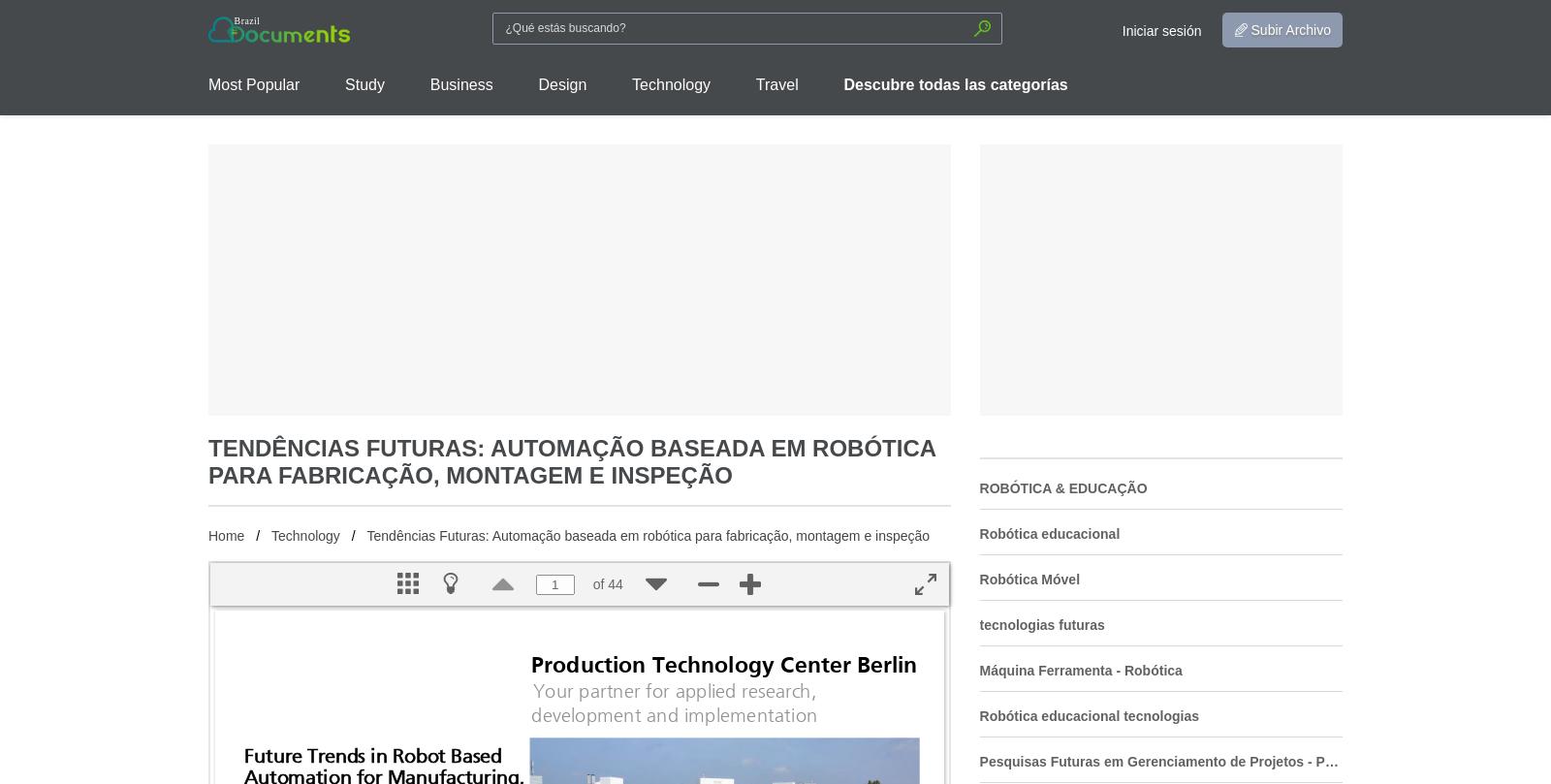 The height and width of the screenshot is (784, 1551). Describe the element at coordinates (254, 84) in the screenshot. I see `'Most Popular'` at that location.